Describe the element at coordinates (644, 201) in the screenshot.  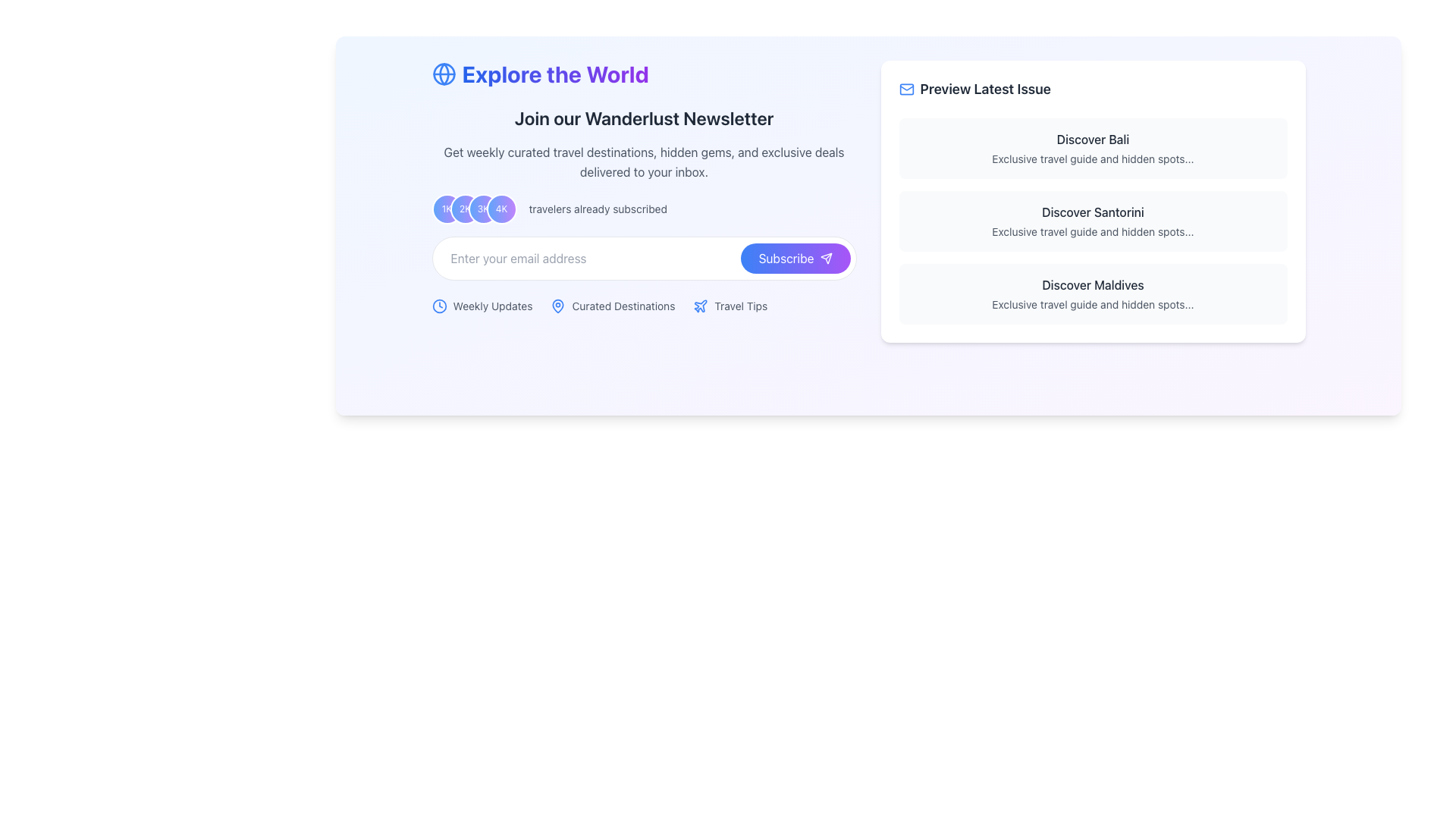
I see `the text section containing the phrase 'travelers already subscribed', which is styled with small gray text and located beneath the circular icons labeled '1K', '2K', '3K', and '4K'` at that location.